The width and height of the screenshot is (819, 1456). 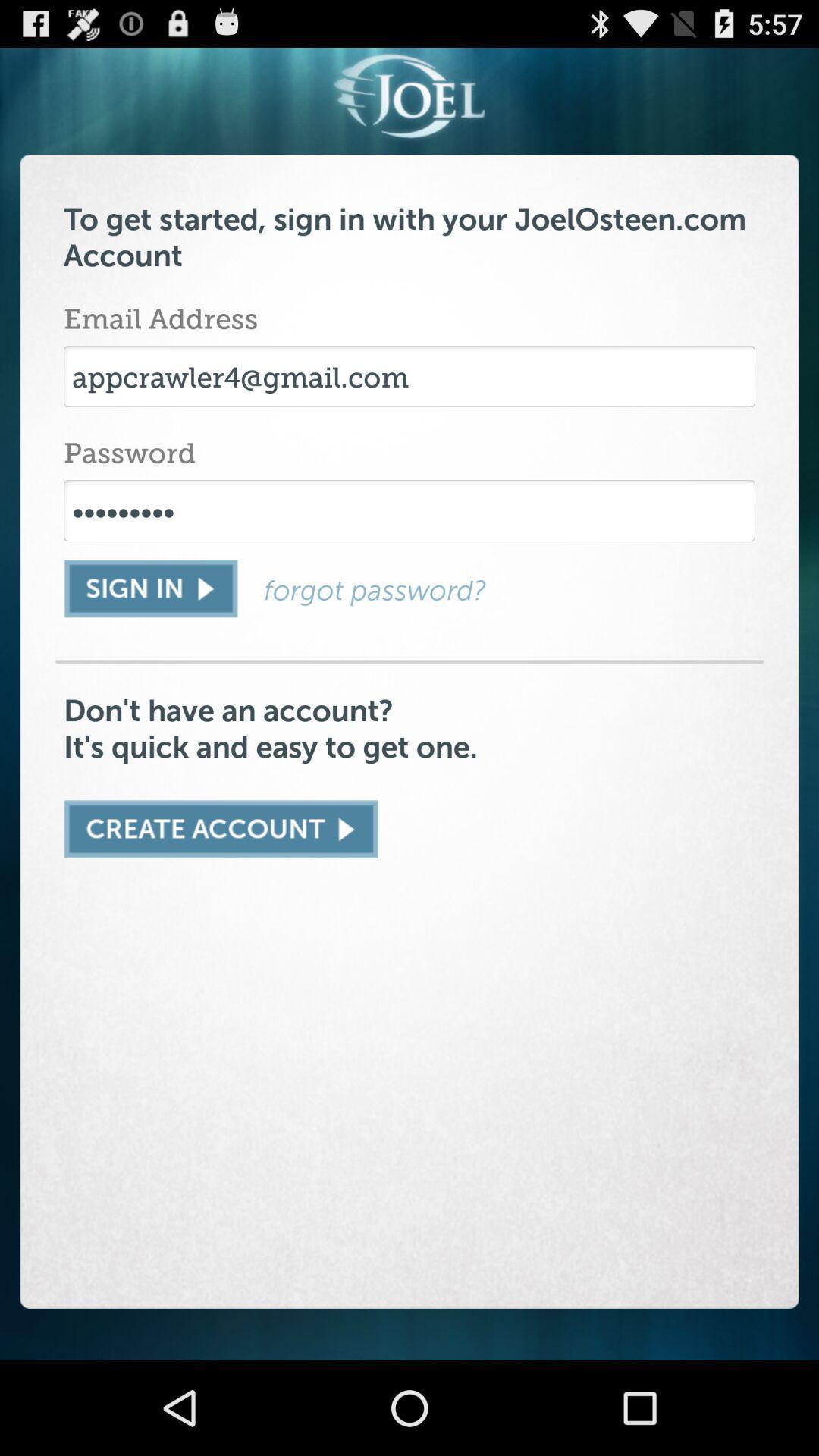 What do you see at coordinates (150, 588) in the screenshot?
I see `the icon next to forgot password? icon` at bounding box center [150, 588].